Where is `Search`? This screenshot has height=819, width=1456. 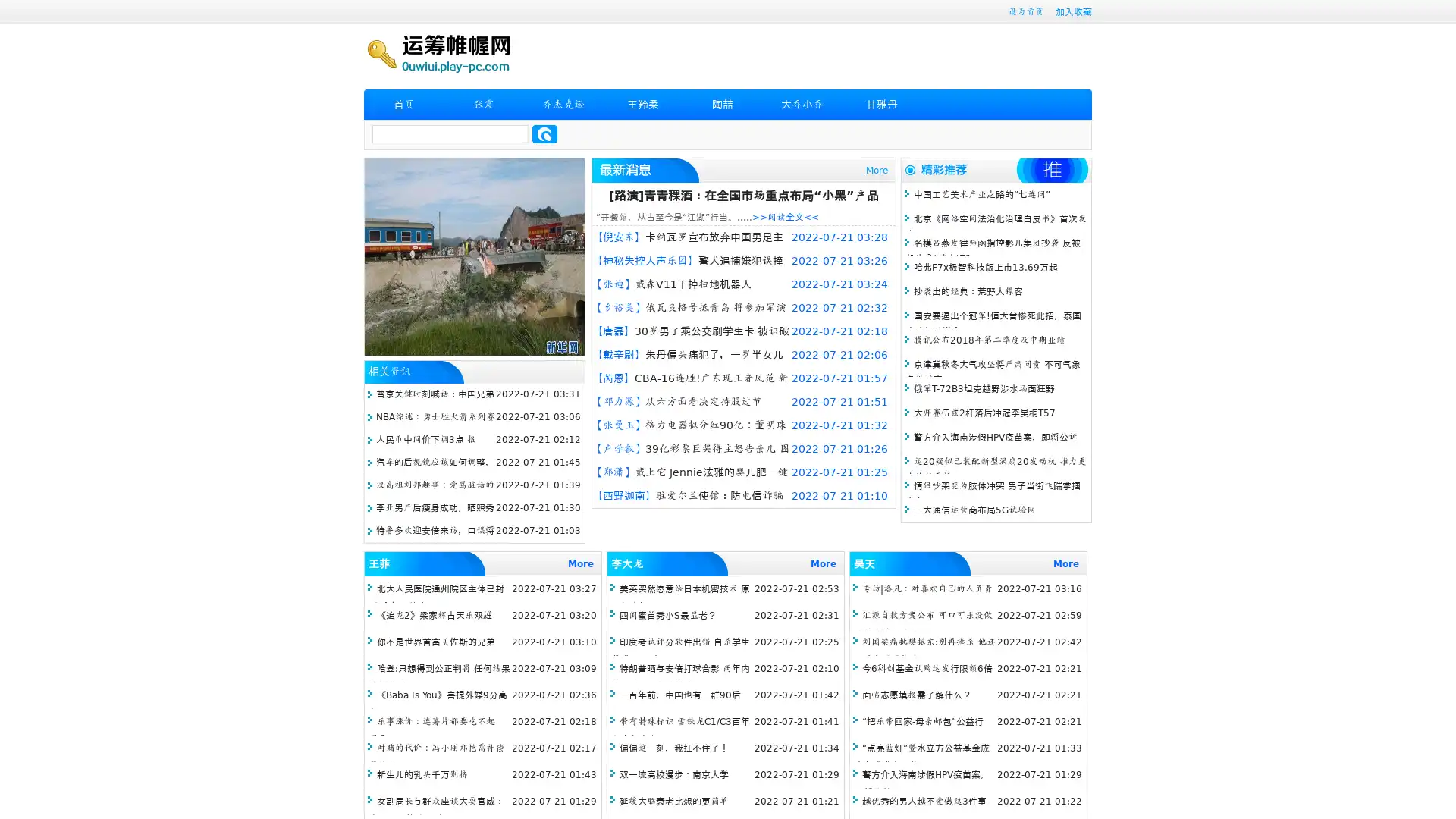
Search is located at coordinates (544, 133).